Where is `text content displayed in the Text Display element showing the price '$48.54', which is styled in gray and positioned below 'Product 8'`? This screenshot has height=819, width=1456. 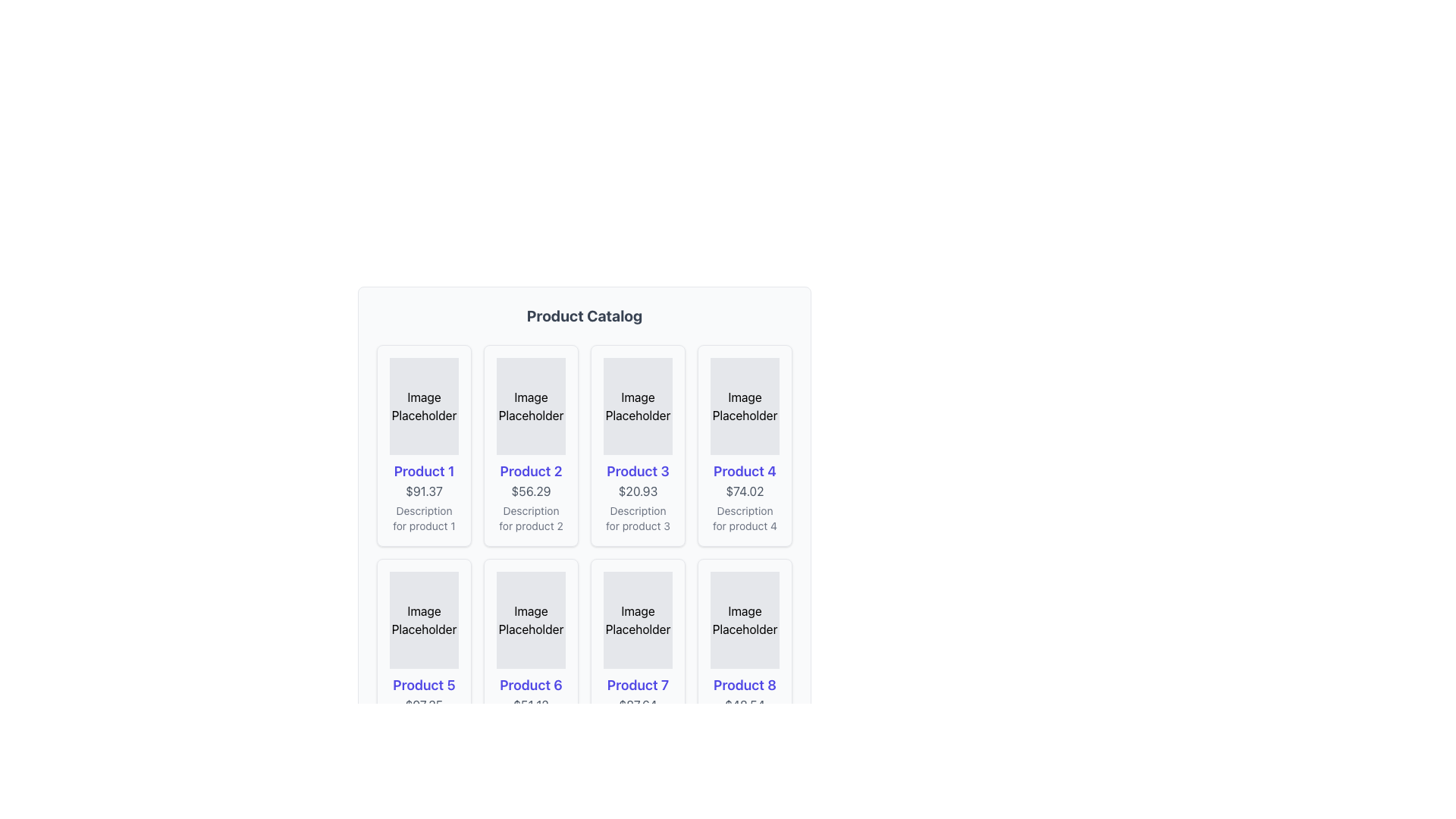 text content displayed in the Text Display element showing the price '$48.54', which is styled in gray and positioned below 'Product 8' is located at coordinates (745, 704).